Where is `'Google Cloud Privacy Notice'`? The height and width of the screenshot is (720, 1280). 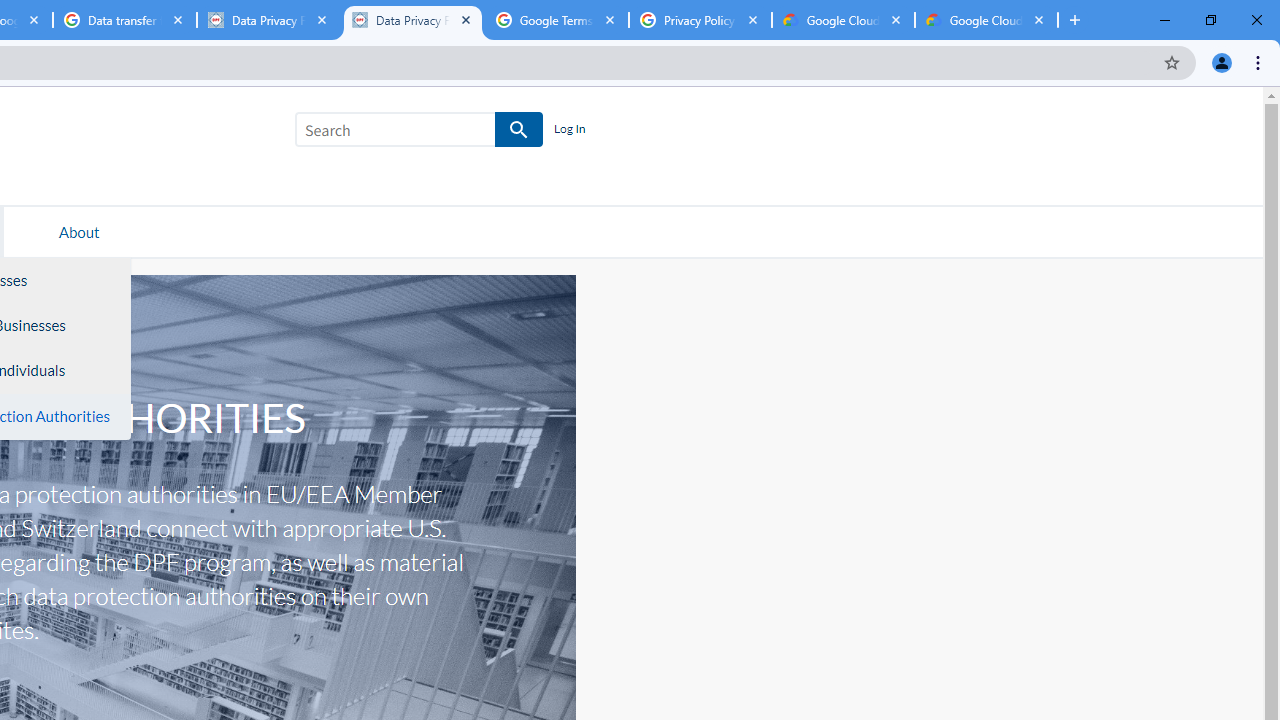
'Google Cloud Privacy Notice' is located at coordinates (843, 20).